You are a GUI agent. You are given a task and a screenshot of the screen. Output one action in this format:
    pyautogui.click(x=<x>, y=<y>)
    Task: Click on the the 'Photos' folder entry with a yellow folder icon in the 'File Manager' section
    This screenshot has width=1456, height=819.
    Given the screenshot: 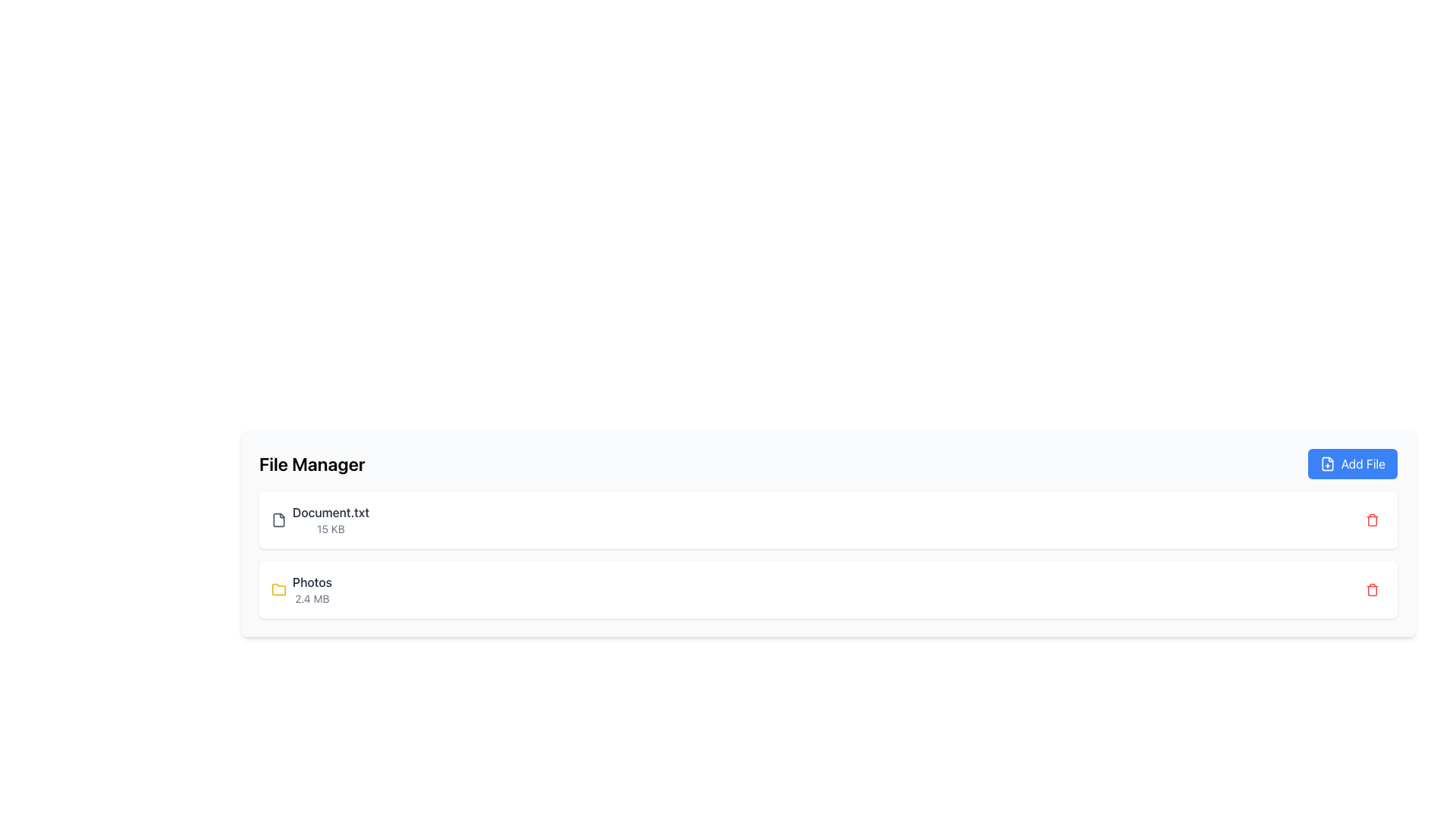 What is the action you would take?
    pyautogui.click(x=302, y=589)
    